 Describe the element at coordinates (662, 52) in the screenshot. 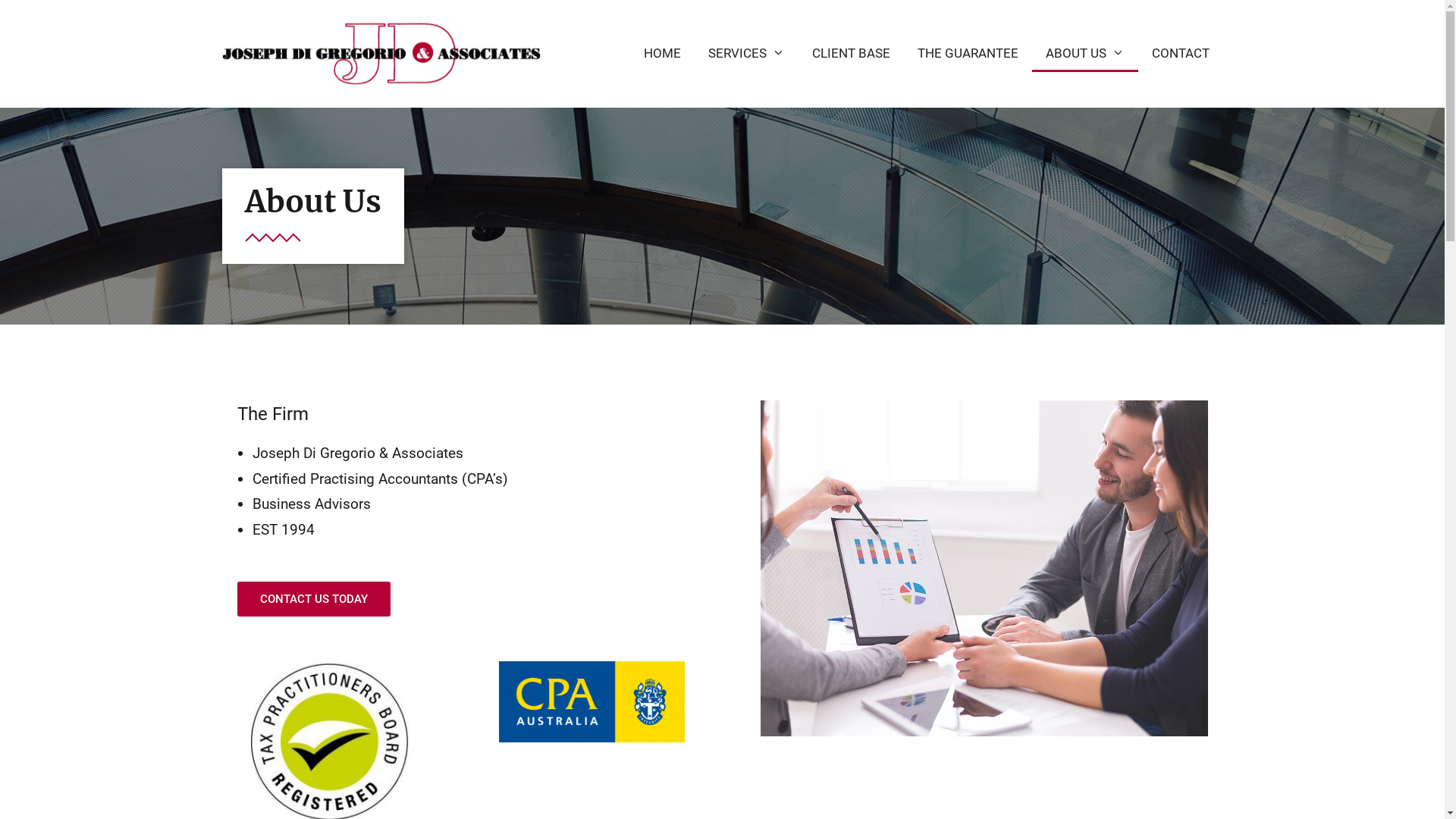

I see `'HOME'` at that location.